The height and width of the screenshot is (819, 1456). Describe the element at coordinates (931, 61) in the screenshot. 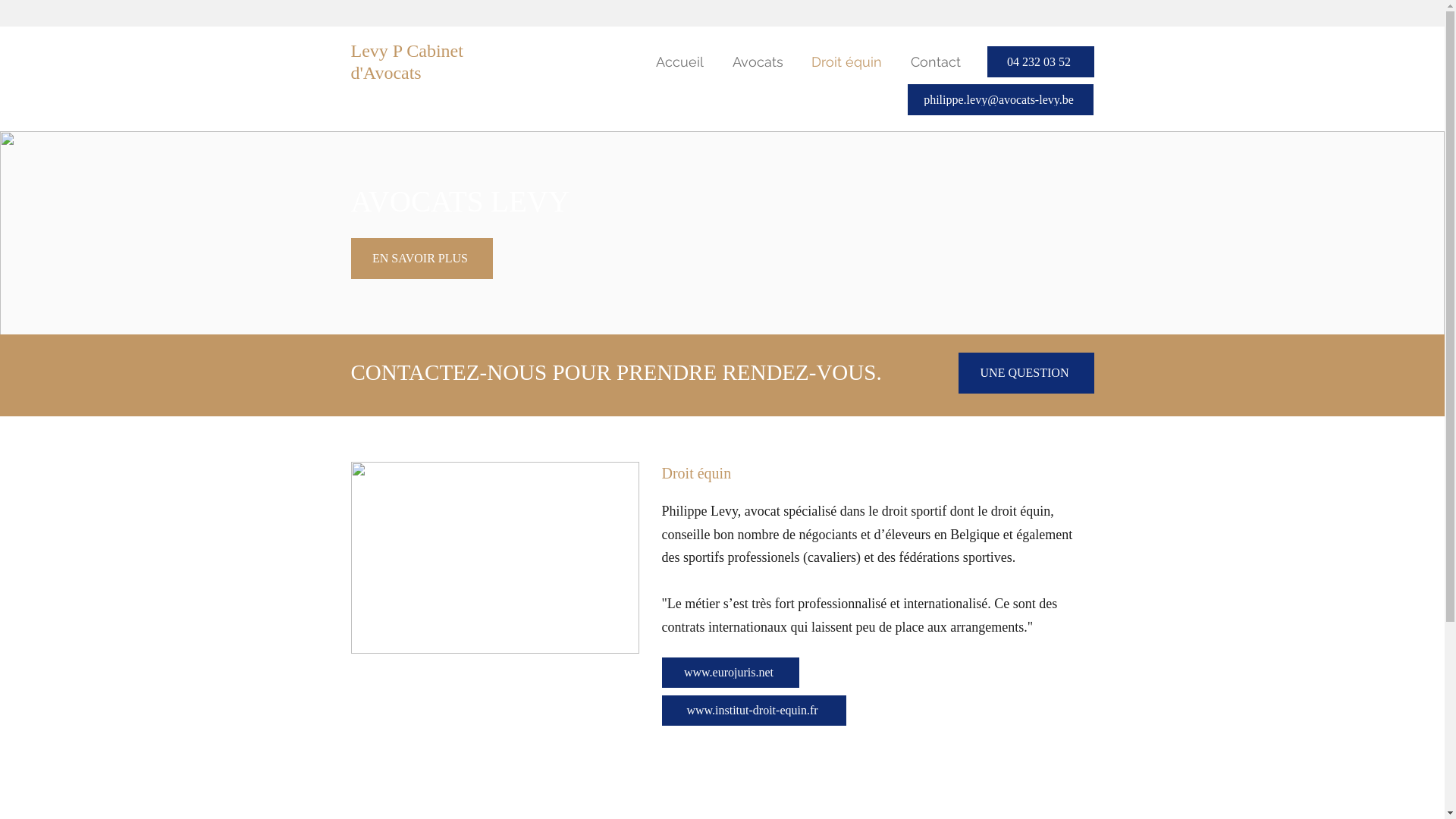

I see `'Contact'` at that location.